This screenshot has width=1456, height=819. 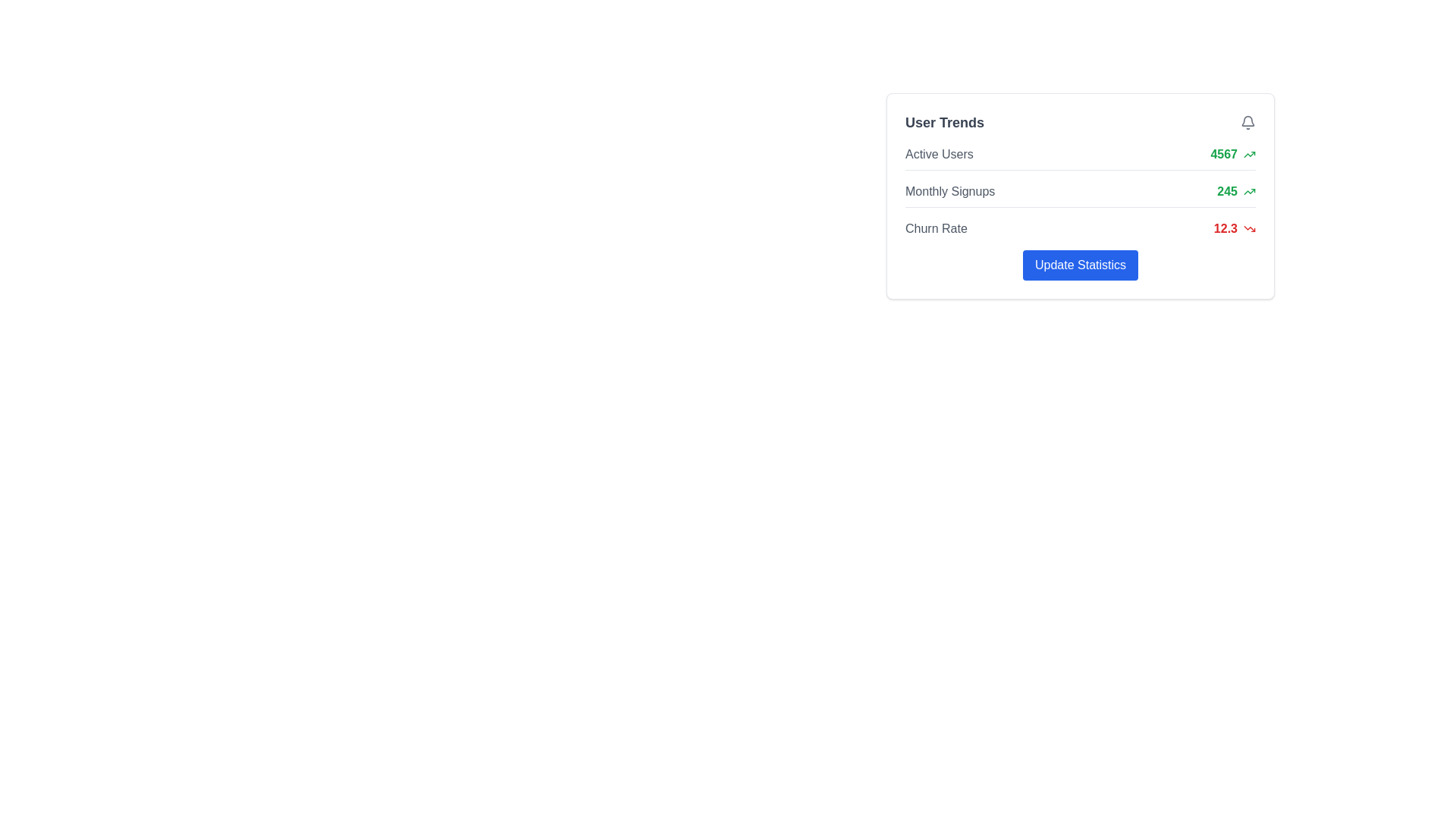 I want to click on 'Churn Rate' text label located in the 'User Trends' section, styled in gray color, to understand the labeled statistic, so click(x=935, y=228).